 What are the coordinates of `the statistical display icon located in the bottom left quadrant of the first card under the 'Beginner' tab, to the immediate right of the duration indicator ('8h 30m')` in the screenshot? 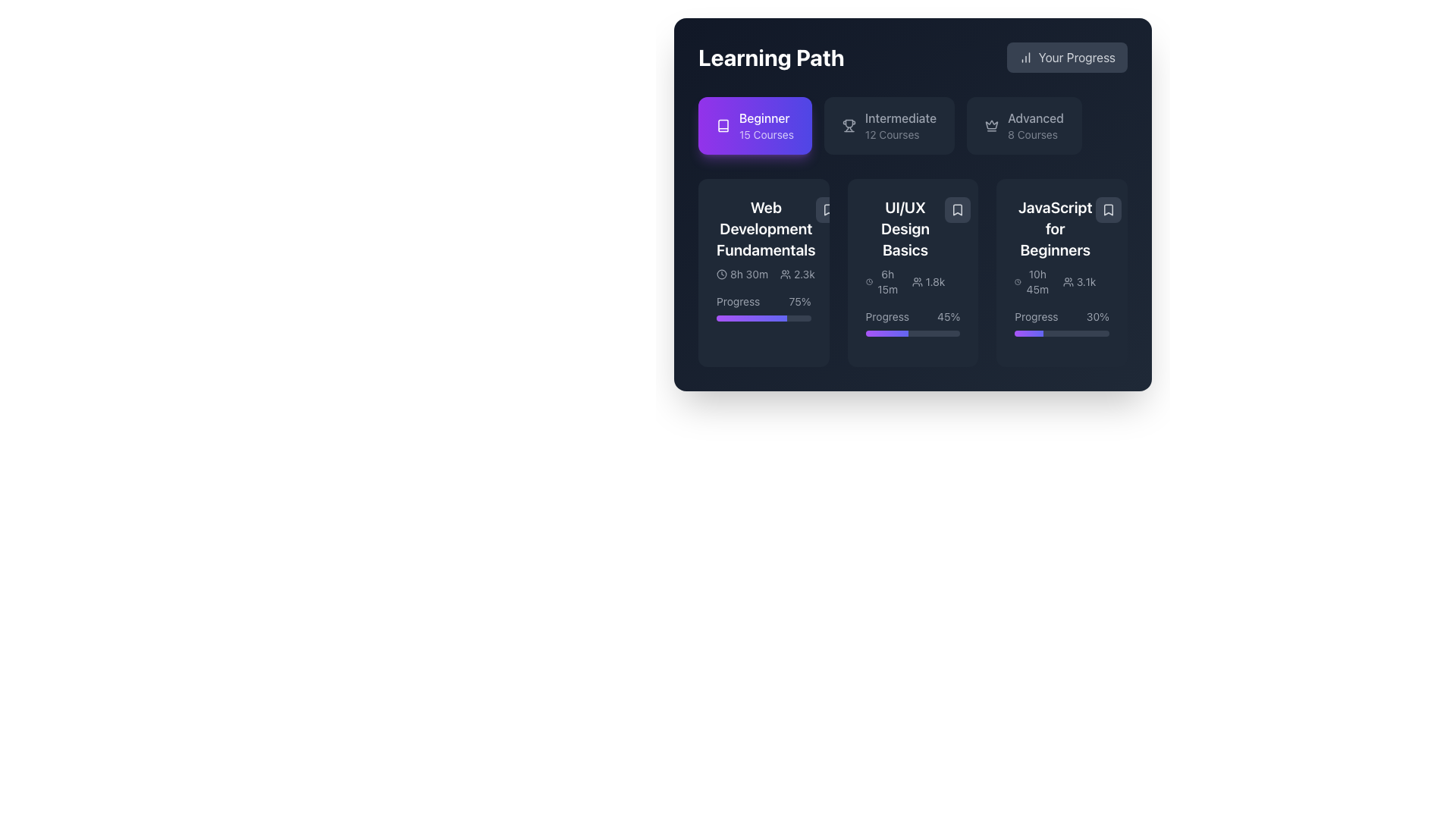 It's located at (796, 275).